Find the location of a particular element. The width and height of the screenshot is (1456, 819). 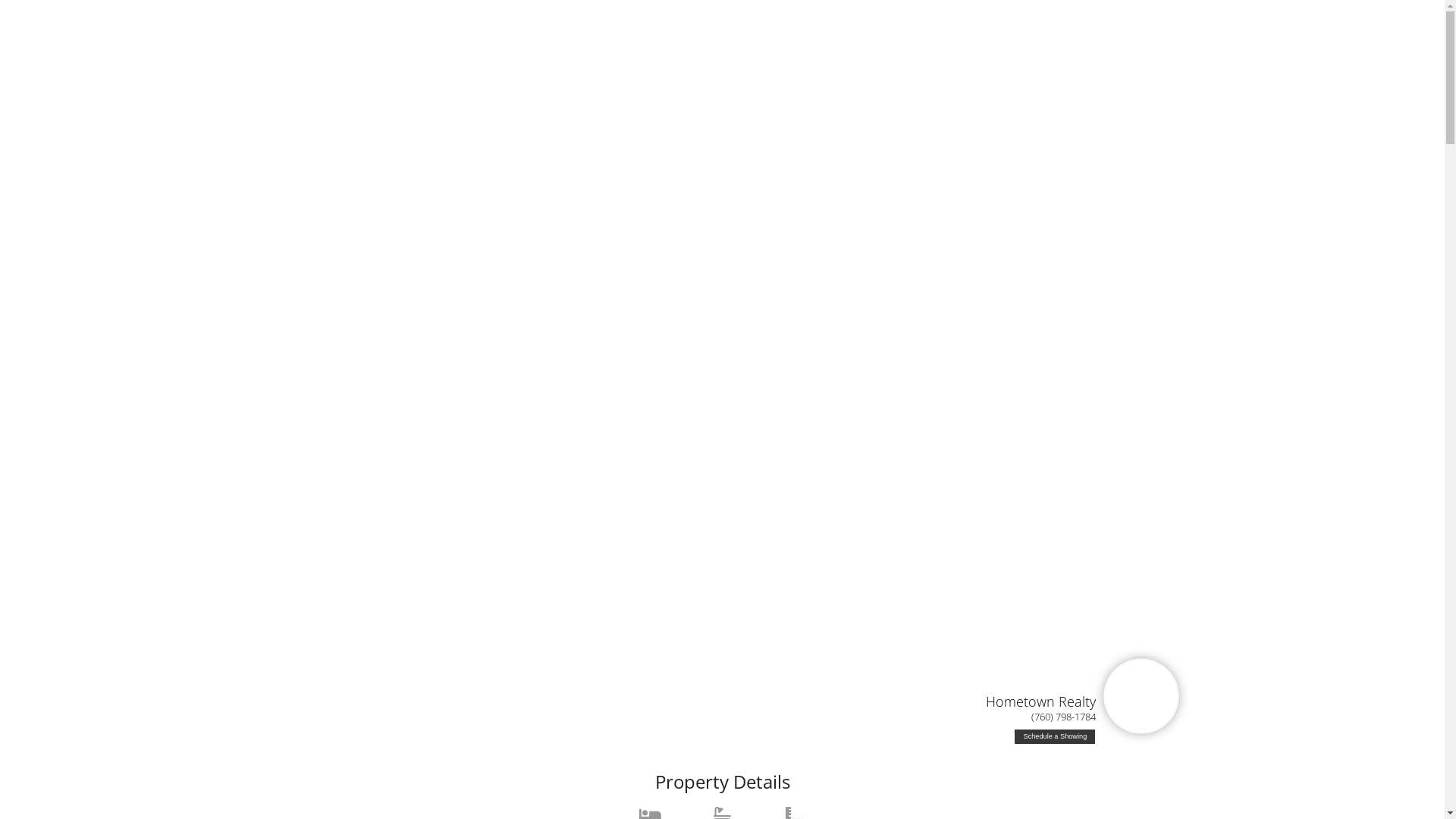

'Schedule a Showing' is located at coordinates (1054, 736).